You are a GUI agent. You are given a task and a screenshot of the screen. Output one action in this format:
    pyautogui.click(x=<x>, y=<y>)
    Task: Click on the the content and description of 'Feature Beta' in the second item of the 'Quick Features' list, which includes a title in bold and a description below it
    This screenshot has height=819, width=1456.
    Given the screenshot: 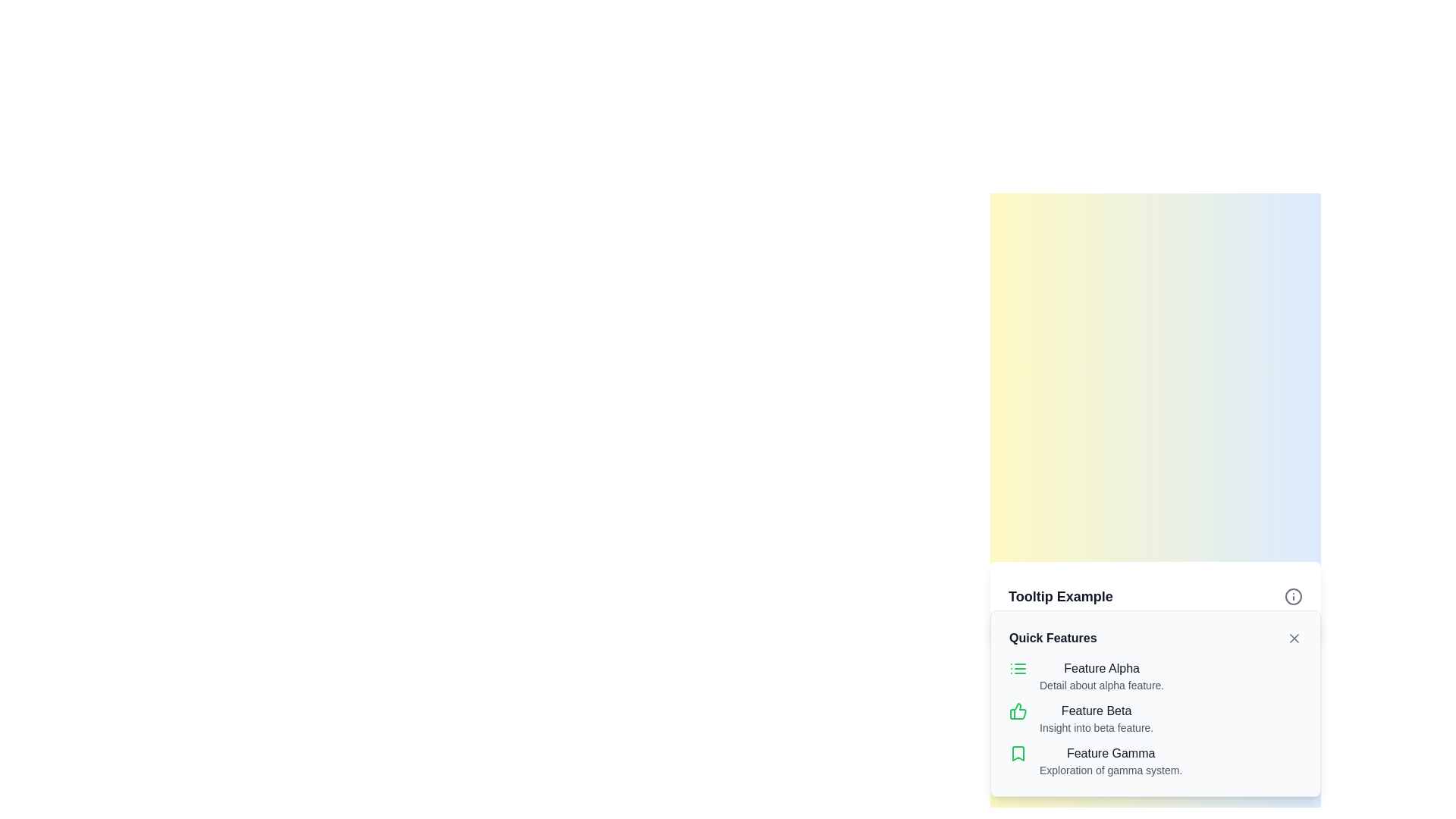 What is the action you would take?
    pyautogui.click(x=1154, y=718)
    